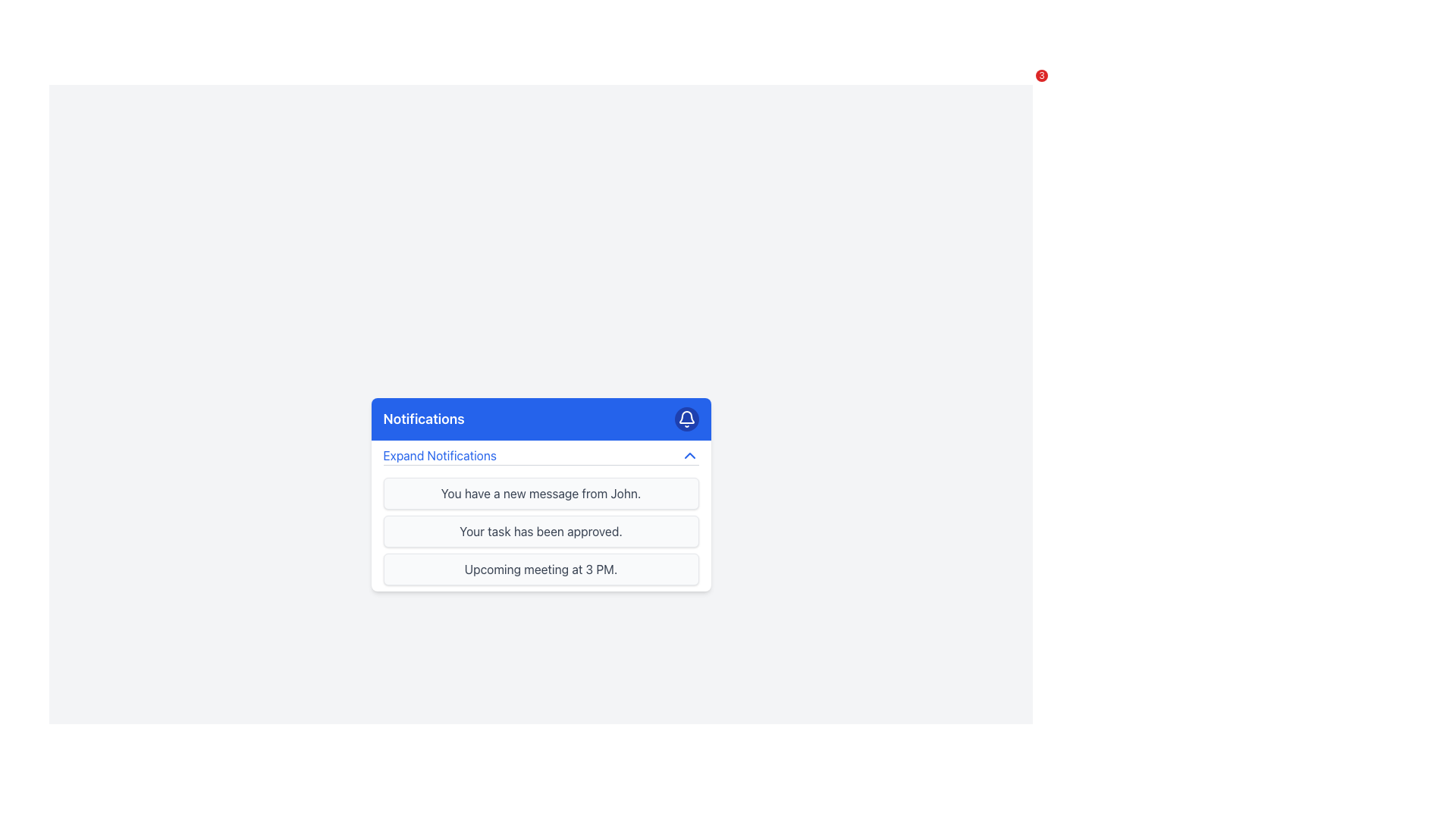 The image size is (1456, 819). What do you see at coordinates (541, 455) in the screenshot?
I see `the 'Expand Notifications' button located beneath the 'Notifications' header and above the message blocks for keyboard interaction` at bounding box center [541, 455].